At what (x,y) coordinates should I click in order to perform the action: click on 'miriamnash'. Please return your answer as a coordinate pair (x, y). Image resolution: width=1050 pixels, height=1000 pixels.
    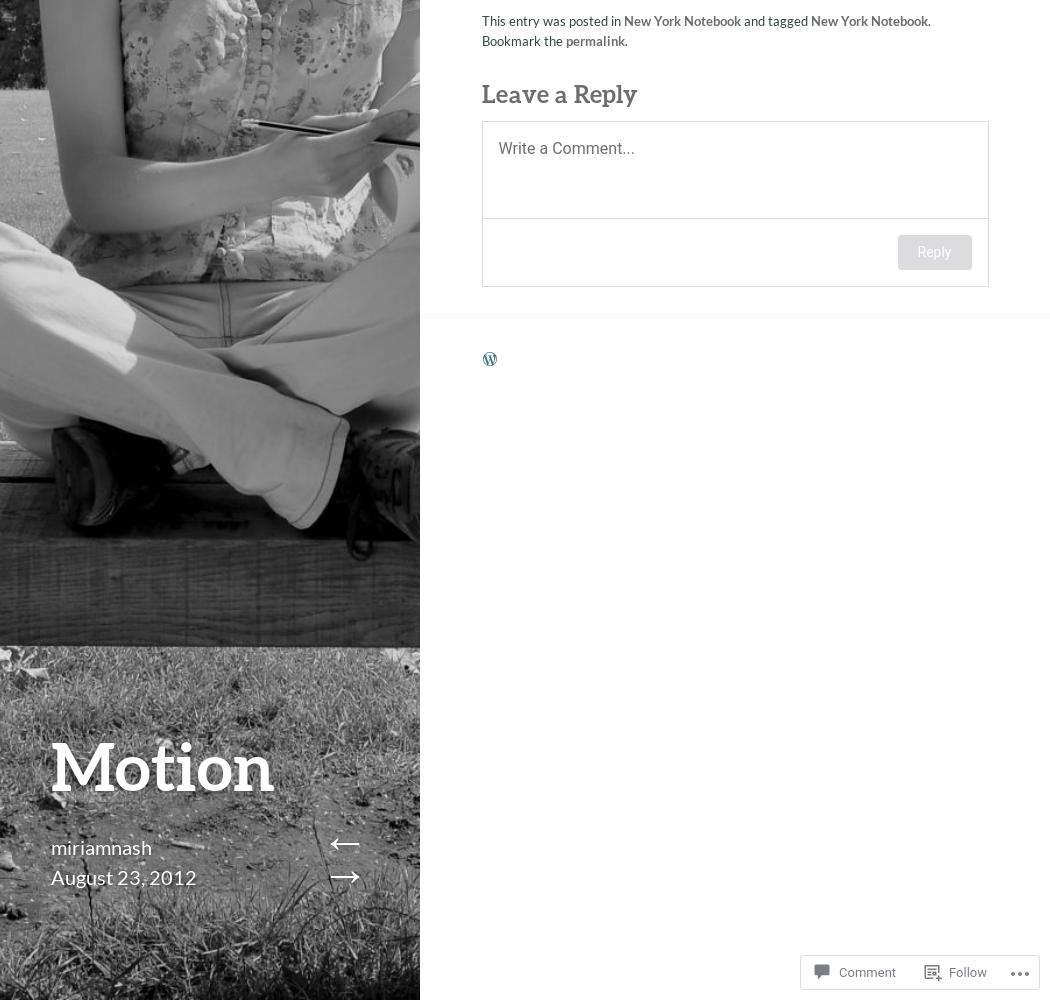
    Looking at the image, I should click on (50, 846).